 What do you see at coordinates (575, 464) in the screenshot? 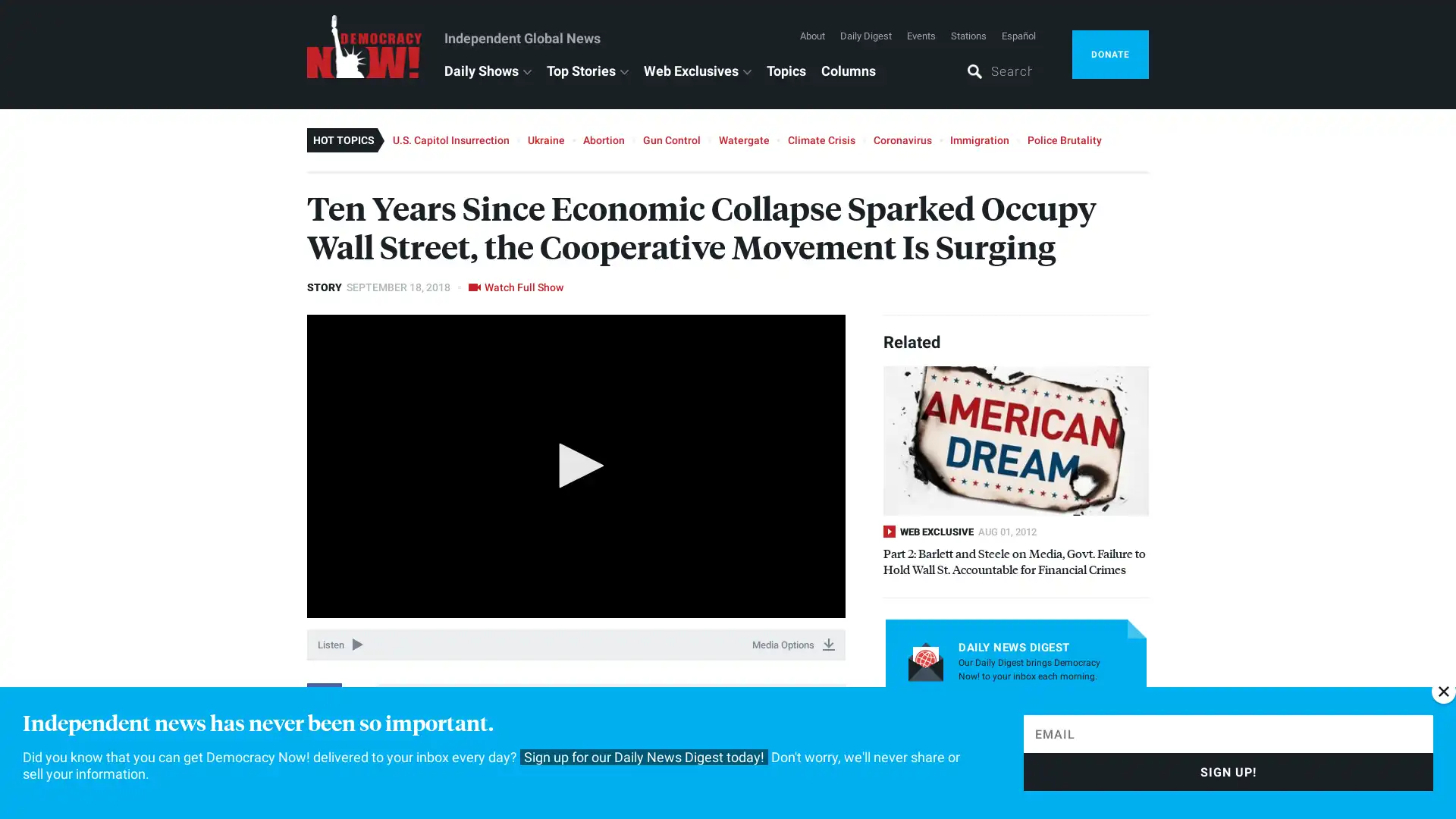
I see `Play` at bounding box center [575, 464].